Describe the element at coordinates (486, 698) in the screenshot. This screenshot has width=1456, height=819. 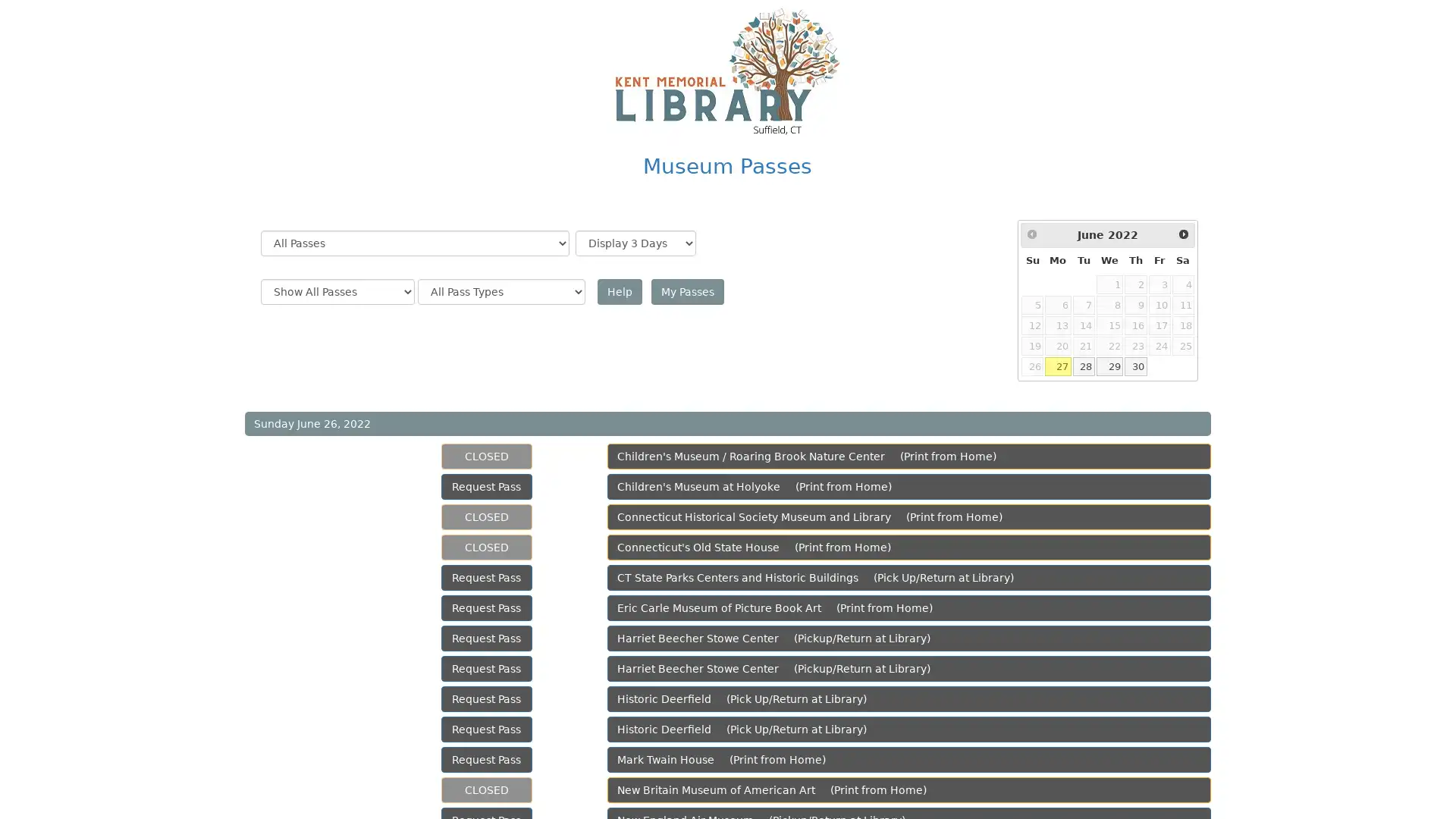
I see `Request Pass` at that location.